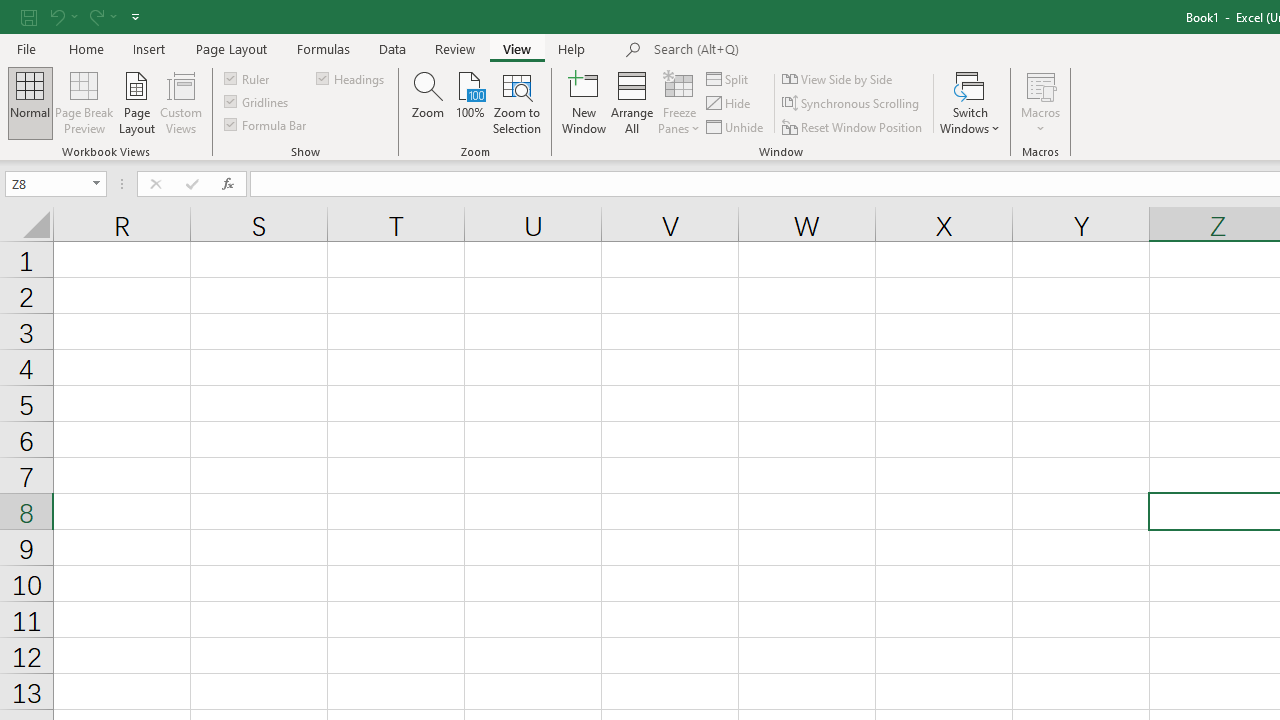 The image size is (1280, 720). I want to click on 'Freeze Panes', so click(679, 103).